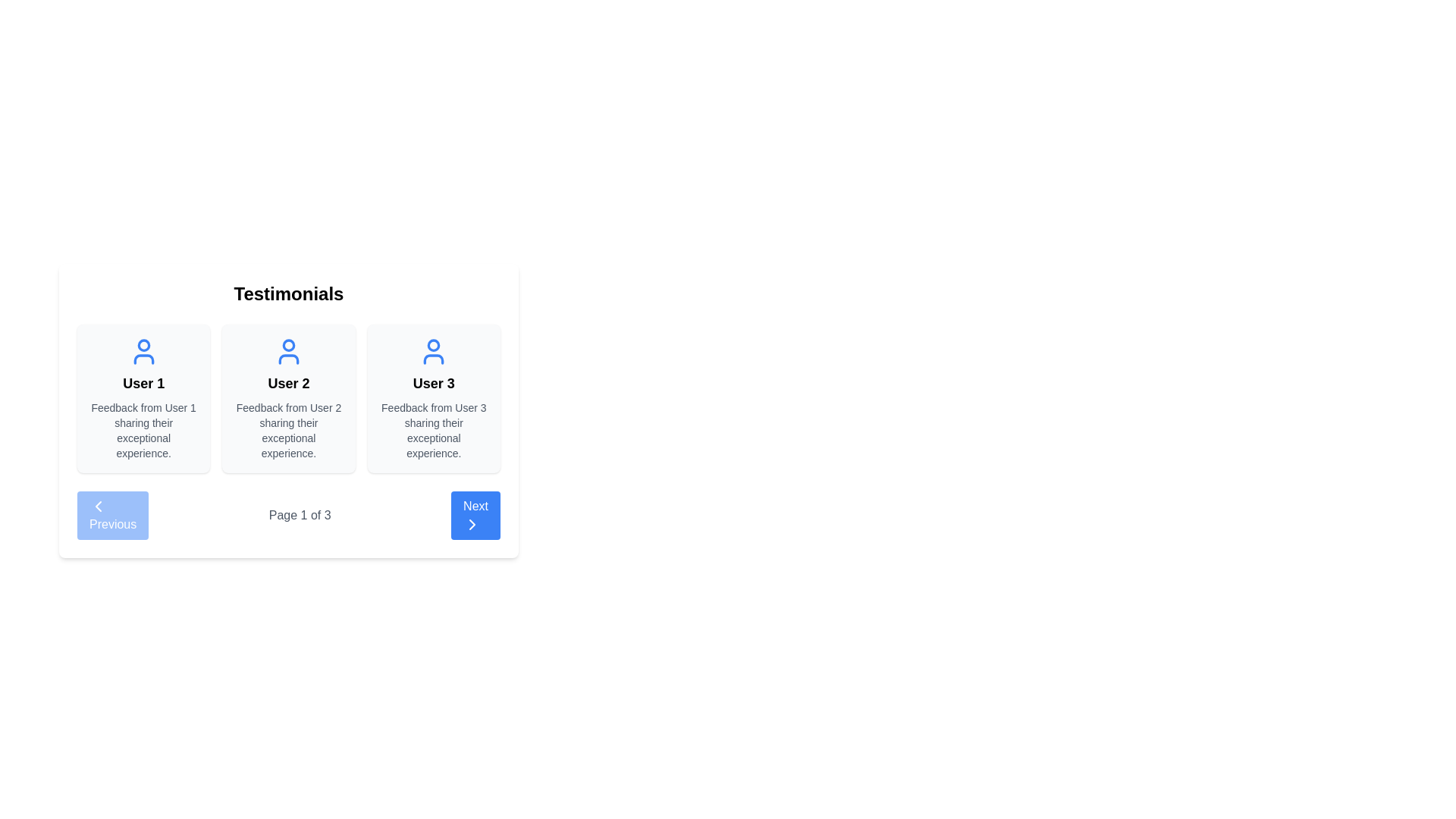 This screenshot has width=1456, height=819. Describe the element at coordinates (112, 514) in the screenshot. I see `the 'Previous' button, which is a rectangular button with a blue background and white text, displaying the label 'Previous' with a left-pointing chevron symbol, located in the bottom-left section of the pagination control` at that location.